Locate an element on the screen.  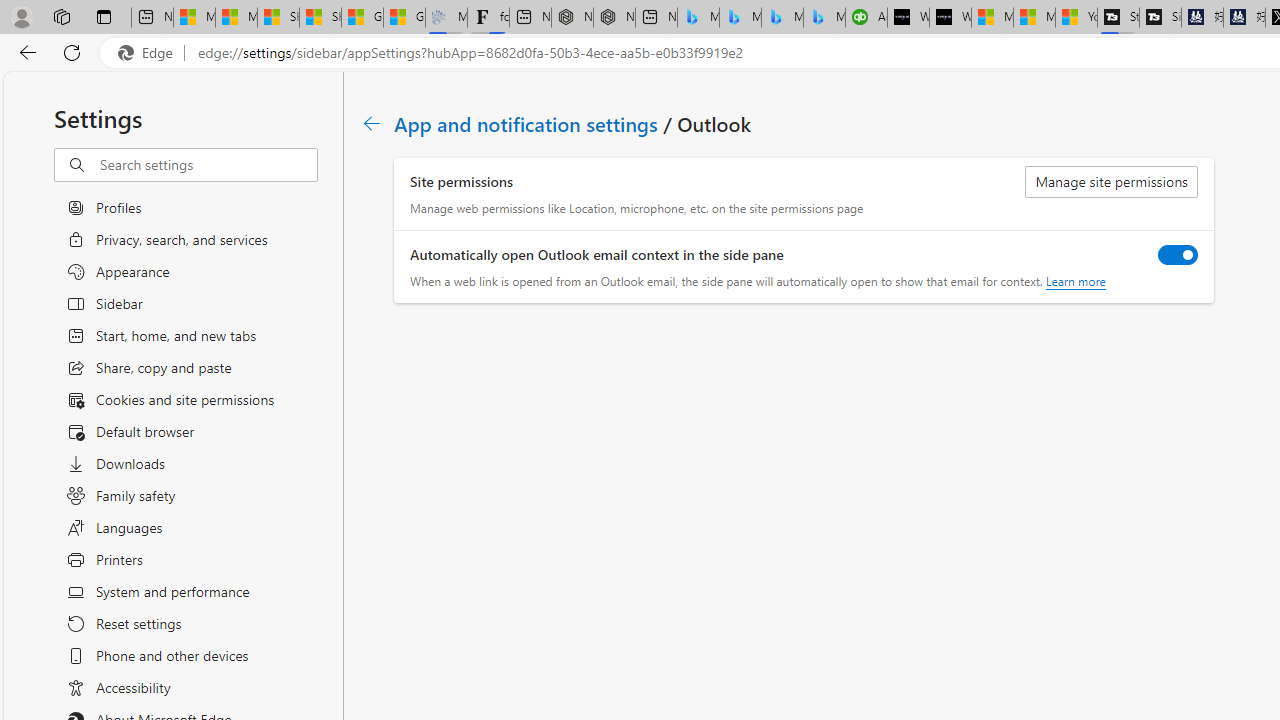
'Edge' is located at coordinates (149, 52).